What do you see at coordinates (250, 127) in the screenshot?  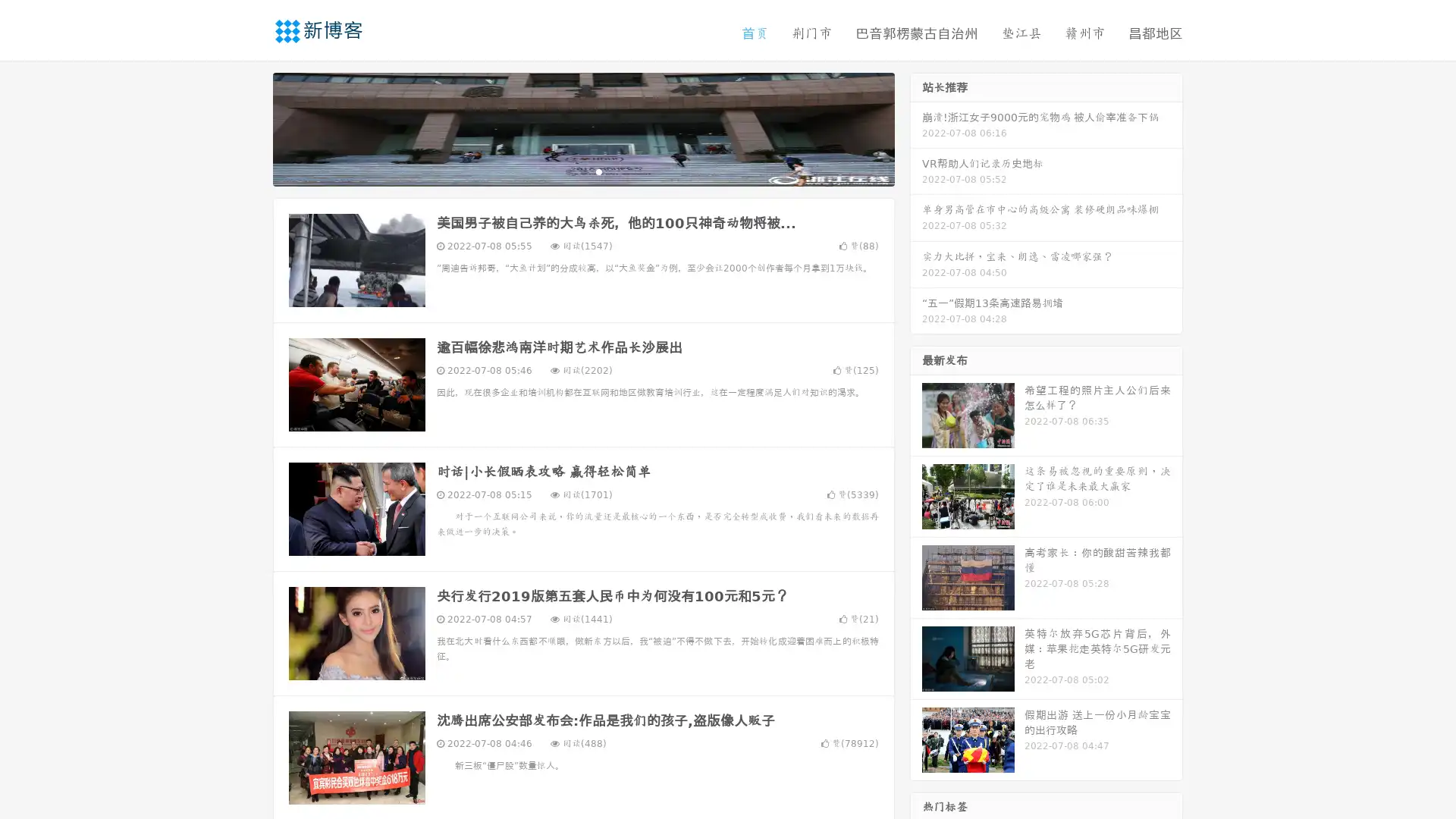 I see `Previous slide` at bounding box center [250, 127].